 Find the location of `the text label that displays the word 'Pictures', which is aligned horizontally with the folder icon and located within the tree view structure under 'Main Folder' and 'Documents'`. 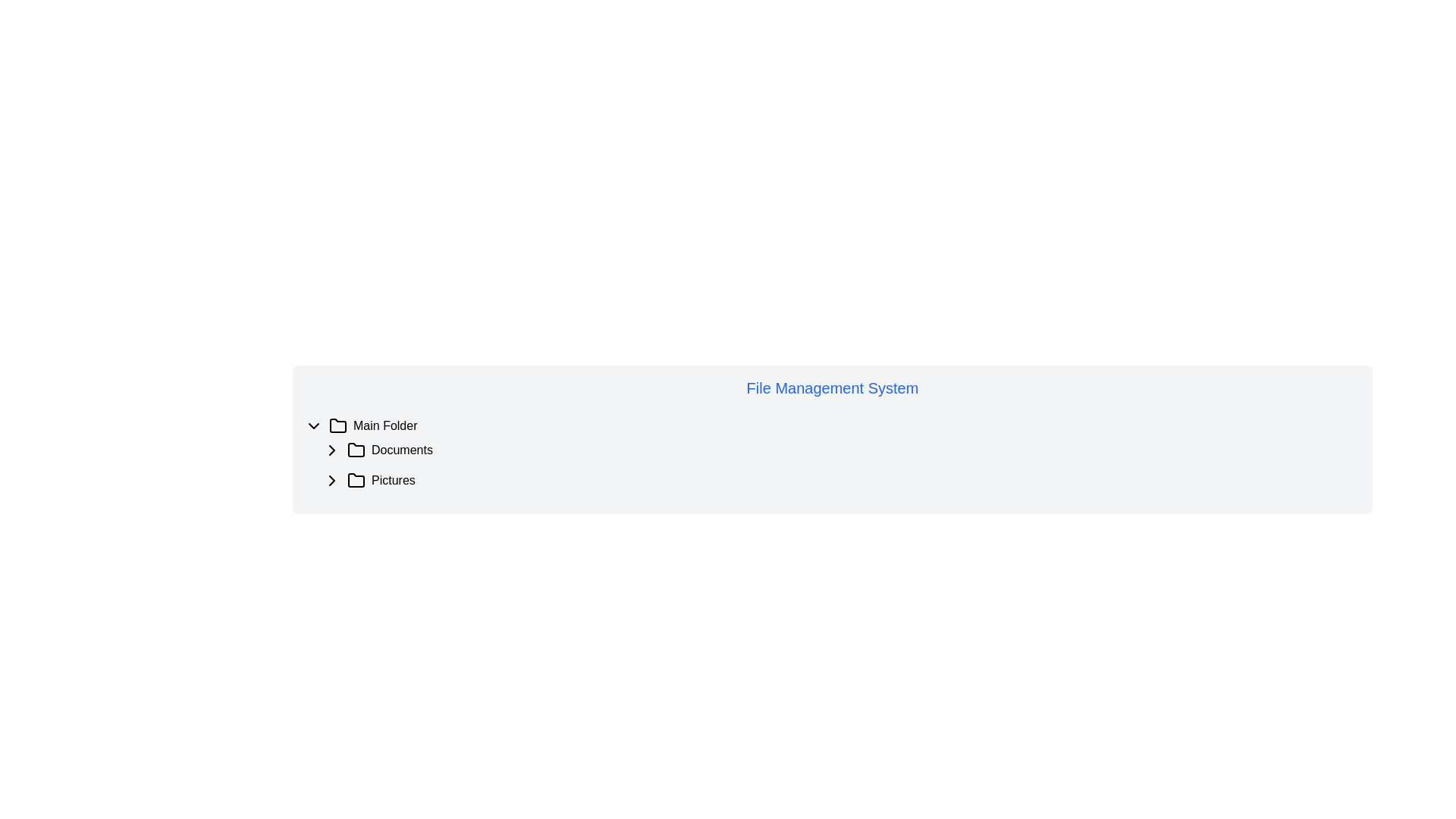

the text label that displays the word 'Pictures', which is aligned horizontally with the folder icon and located within the tree view structure under 'Main Folder' and 'Documents' is located at coordinates (393, 480).